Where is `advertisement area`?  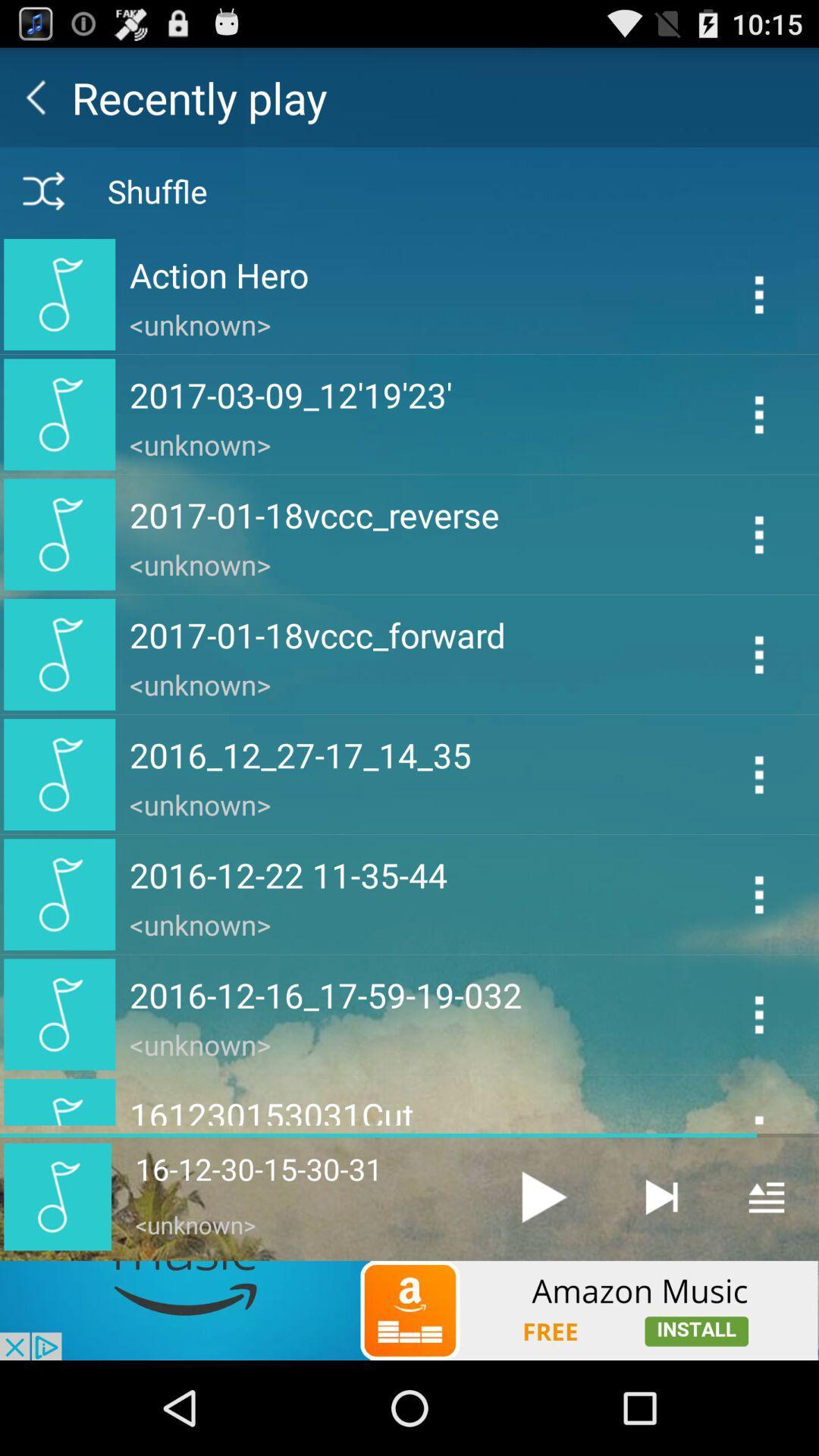 advertisement area is located at coordinates (409, 1310).